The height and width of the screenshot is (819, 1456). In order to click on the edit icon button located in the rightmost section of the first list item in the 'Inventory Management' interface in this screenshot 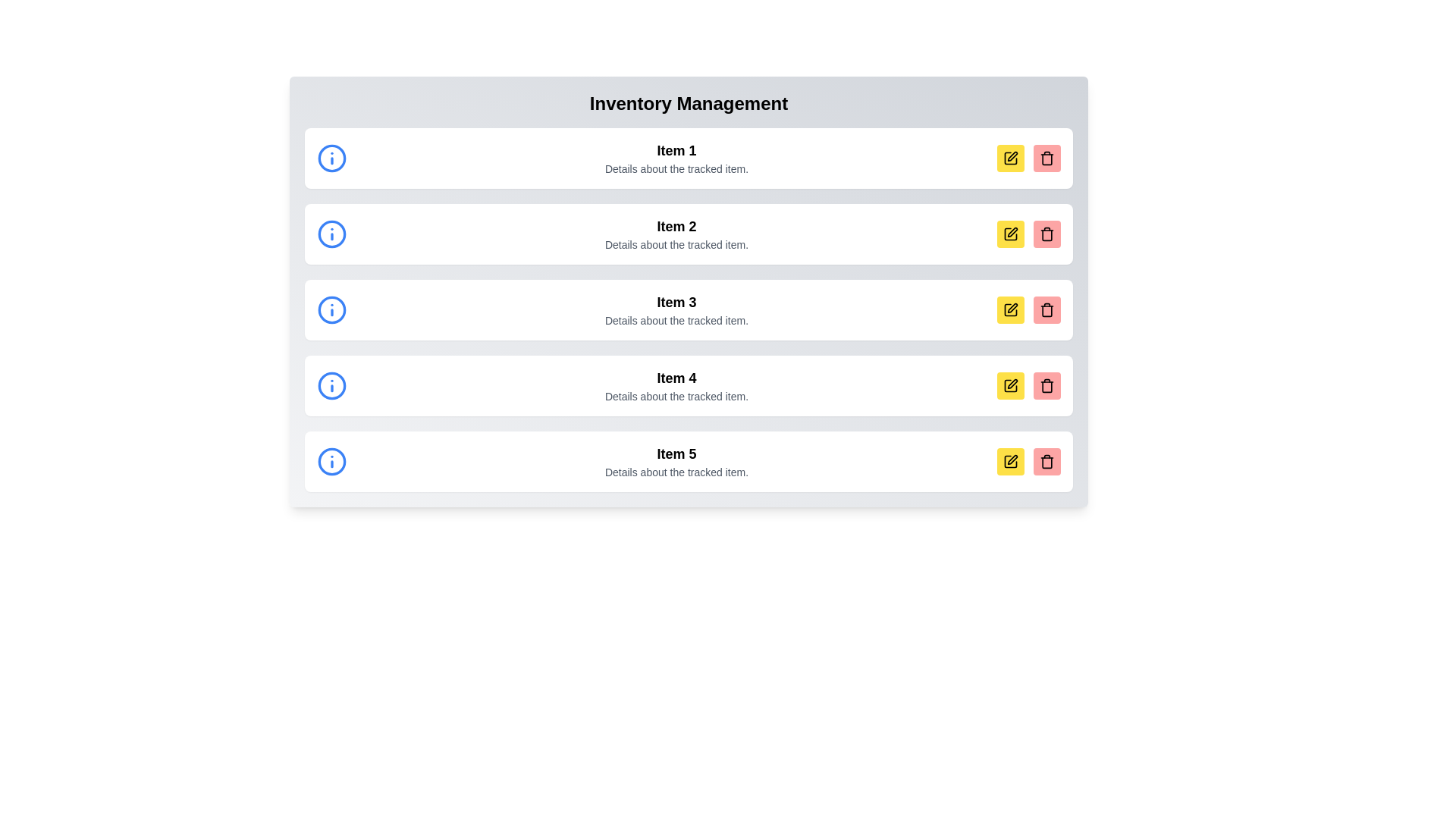, I will do `click(1012, 155)`.